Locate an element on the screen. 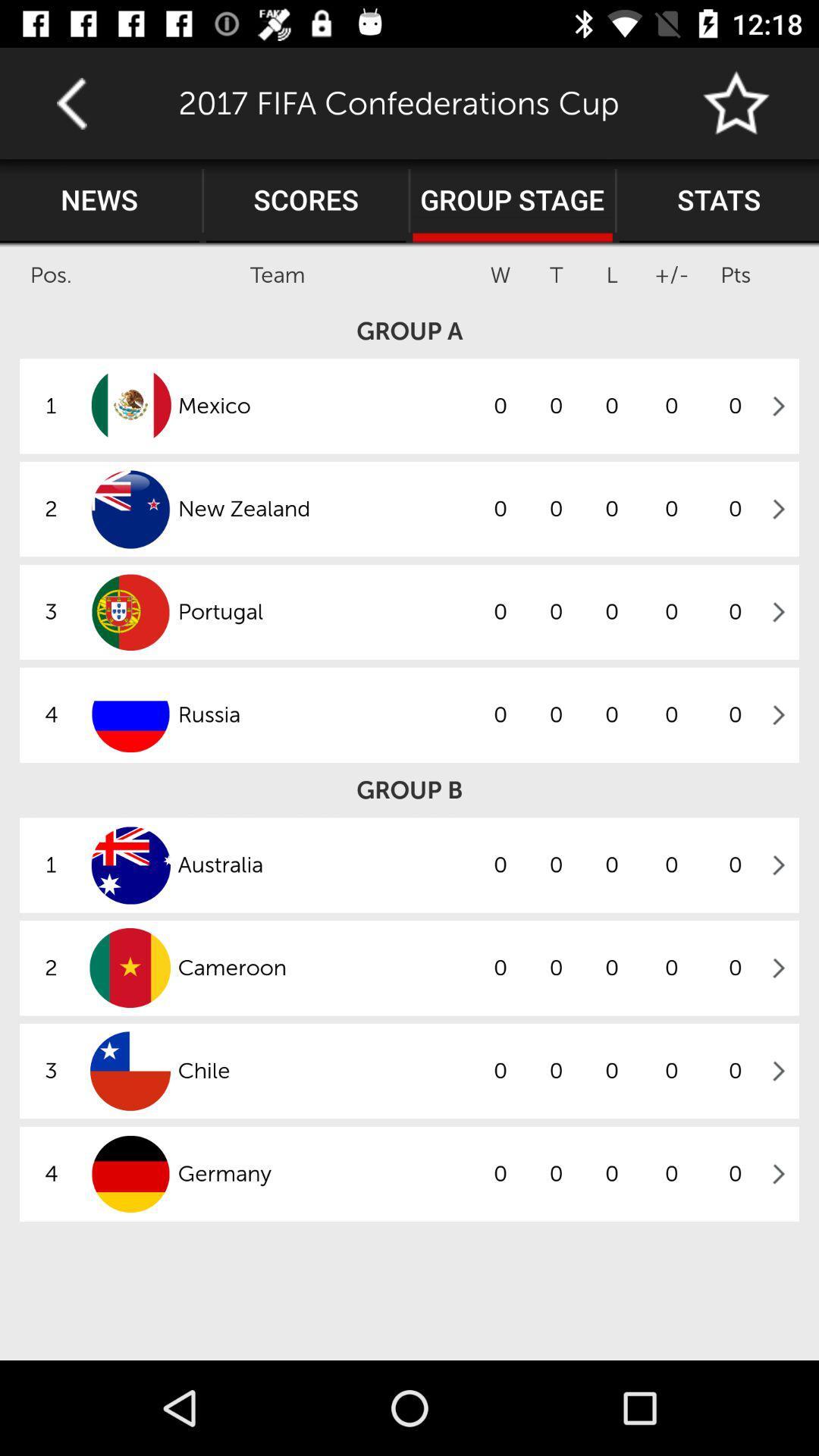 The image size is (819, 1456). the icon above the pos. icon is located at coordinates (99, 200).